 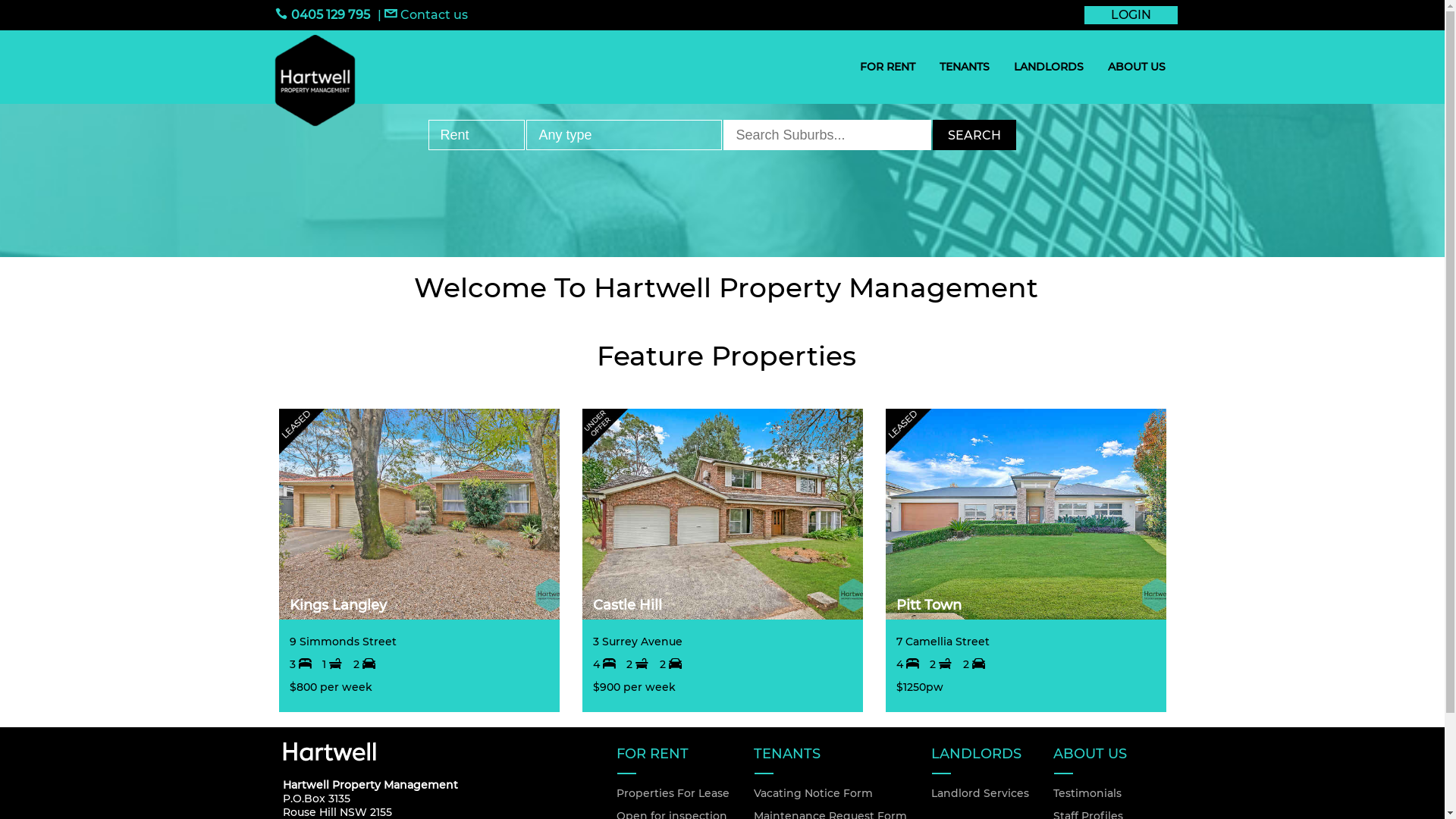 I want to click on 'SEARCH', so click(x=974, y=133).